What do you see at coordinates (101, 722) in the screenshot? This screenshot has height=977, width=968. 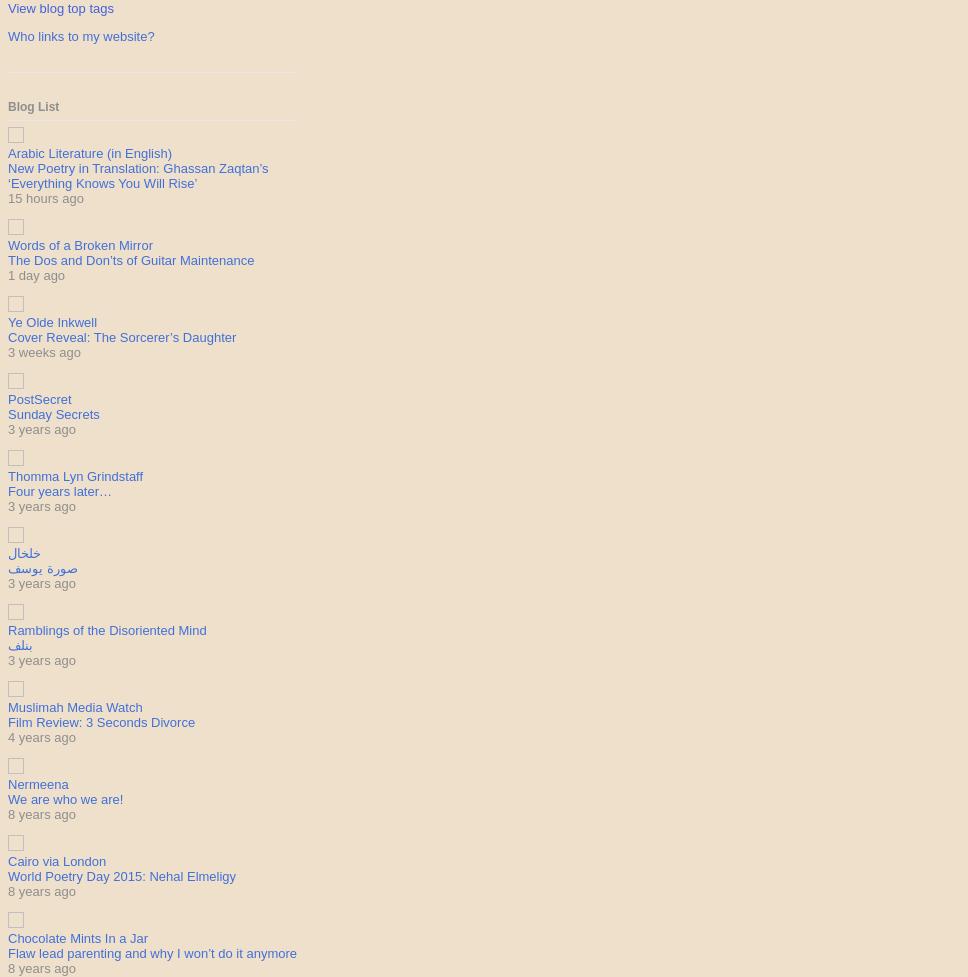 I see `'Film Review: 3 Seconds Divorce'` at bounding box center [101, 722].